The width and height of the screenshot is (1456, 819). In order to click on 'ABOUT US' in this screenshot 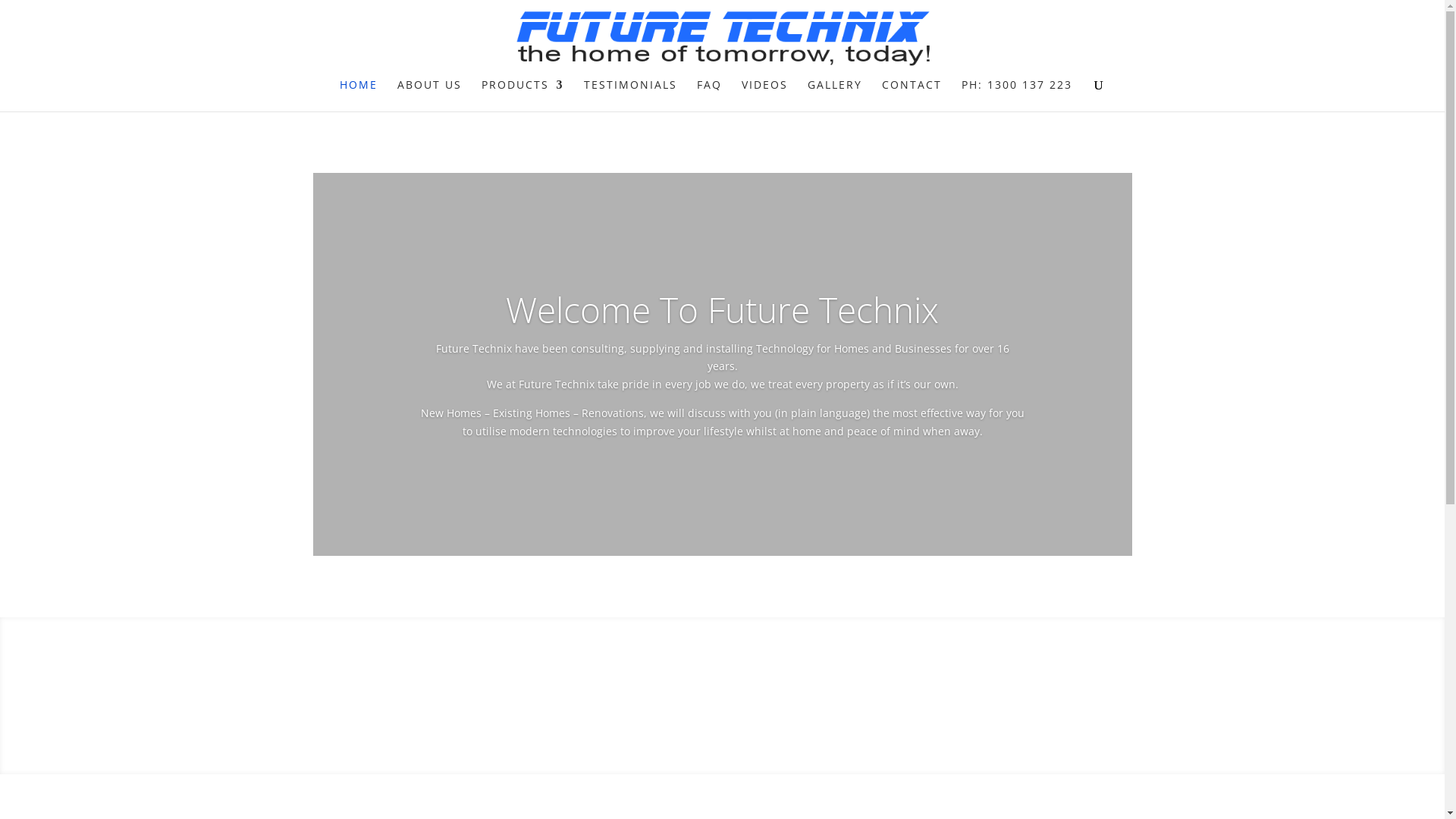, I will do `click(428, 96)`.